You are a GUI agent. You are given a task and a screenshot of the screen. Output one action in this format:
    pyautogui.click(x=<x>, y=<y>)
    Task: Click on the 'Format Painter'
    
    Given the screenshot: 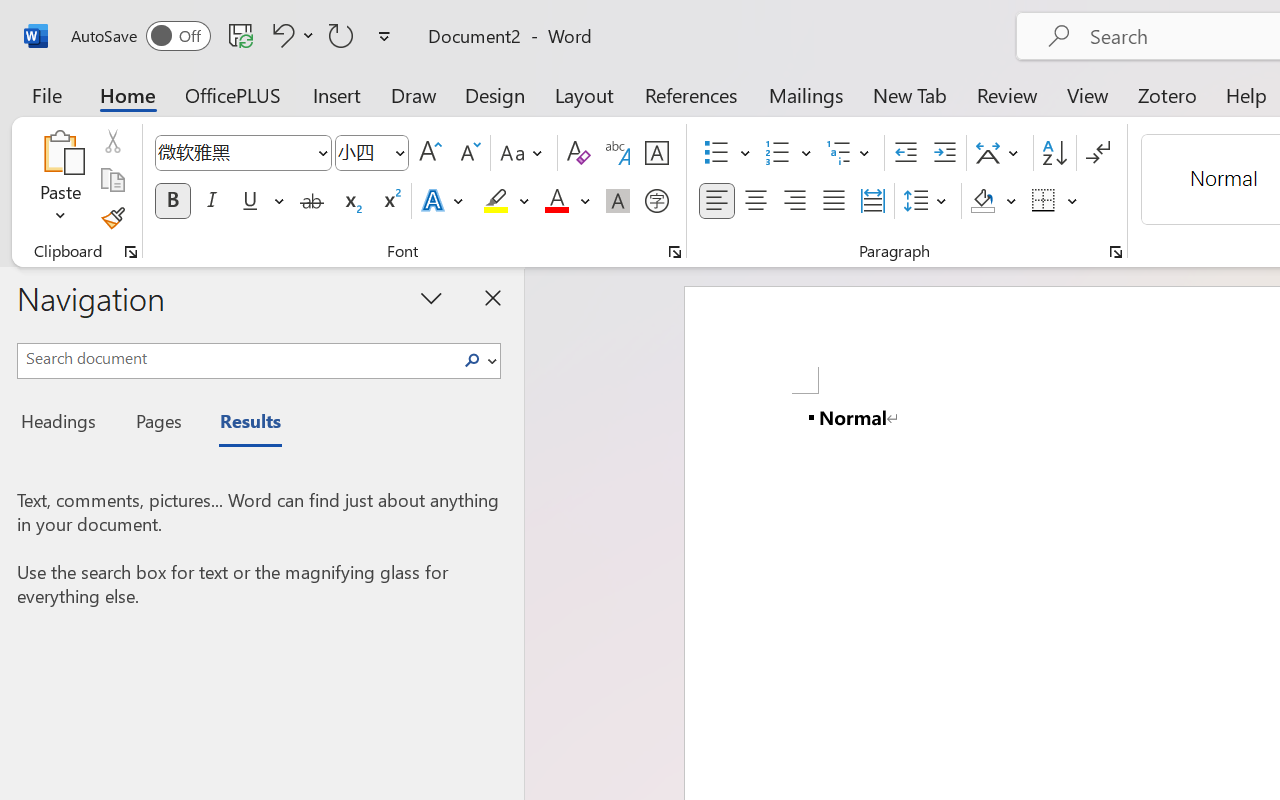 What is the action you would take?
    pyautogui.click(x=111, y=218)
    